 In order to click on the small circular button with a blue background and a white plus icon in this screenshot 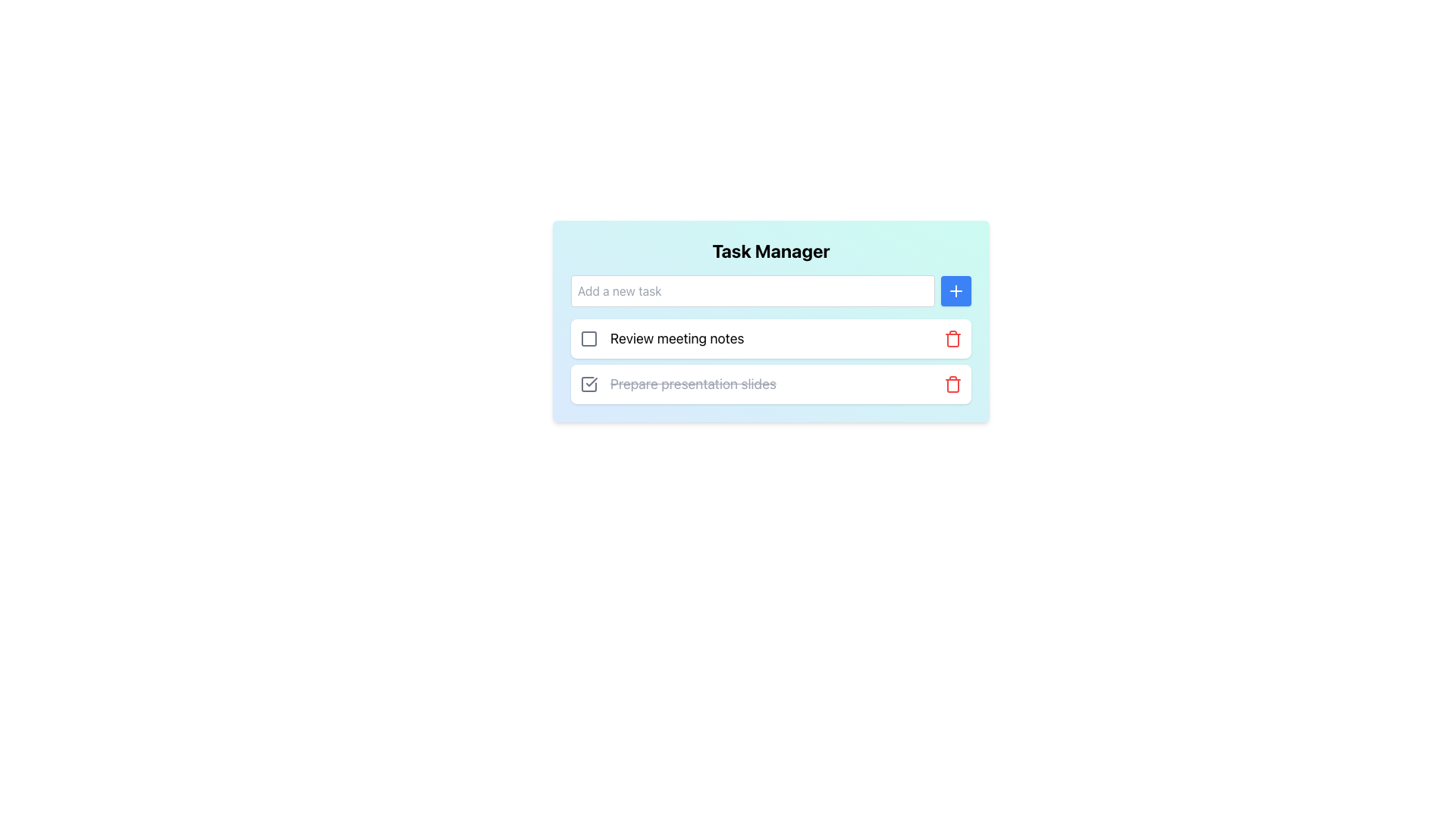, I will do `click(955, 291)`.